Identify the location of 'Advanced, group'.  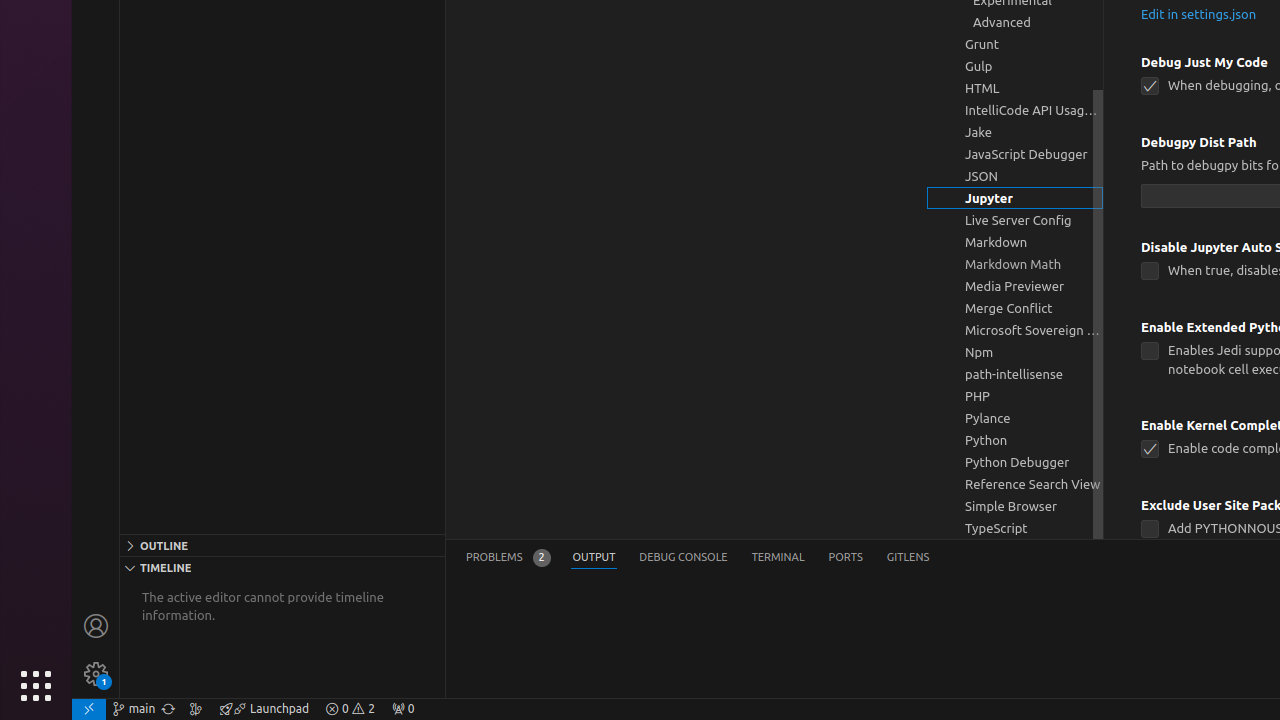
(1015, 22).